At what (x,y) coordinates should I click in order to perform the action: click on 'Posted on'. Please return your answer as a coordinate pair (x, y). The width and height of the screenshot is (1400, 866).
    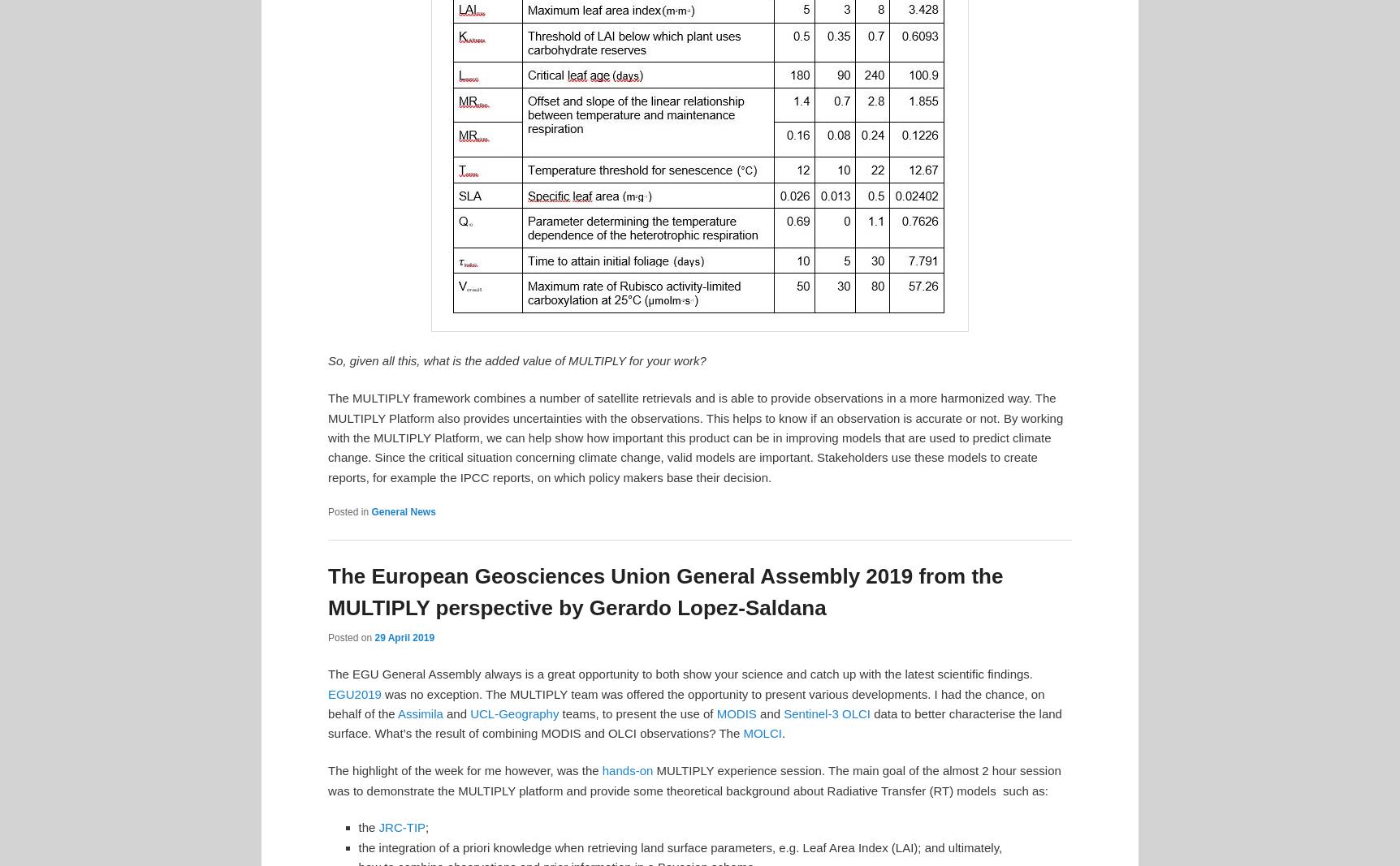
    Looking at the image, I should click on (351, 635).